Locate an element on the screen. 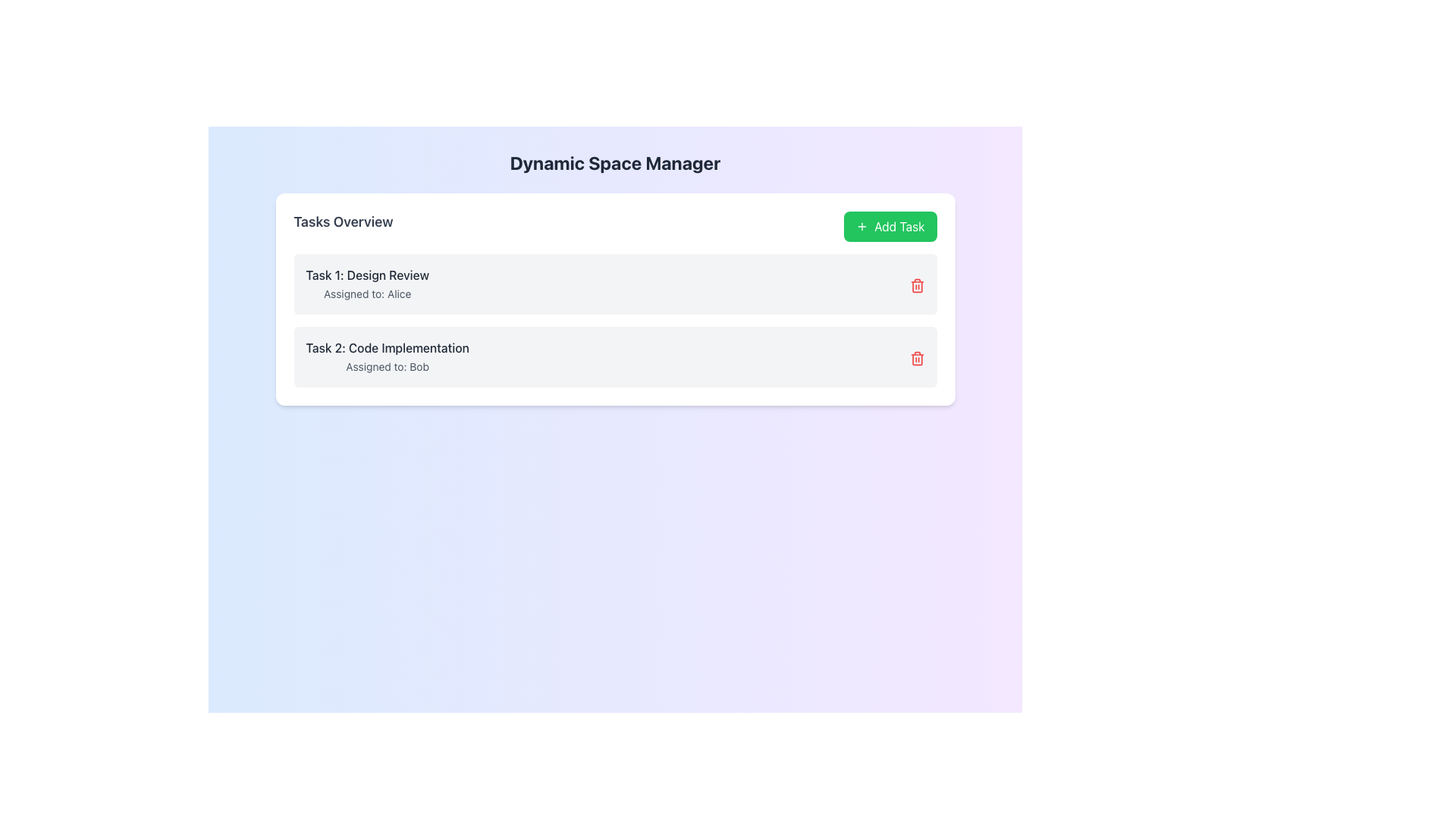  the text element displaying 'Alice' in the 'Task 1: Design Review' section of the 'Tasks Overview' list is located at coordinates (367, 293).